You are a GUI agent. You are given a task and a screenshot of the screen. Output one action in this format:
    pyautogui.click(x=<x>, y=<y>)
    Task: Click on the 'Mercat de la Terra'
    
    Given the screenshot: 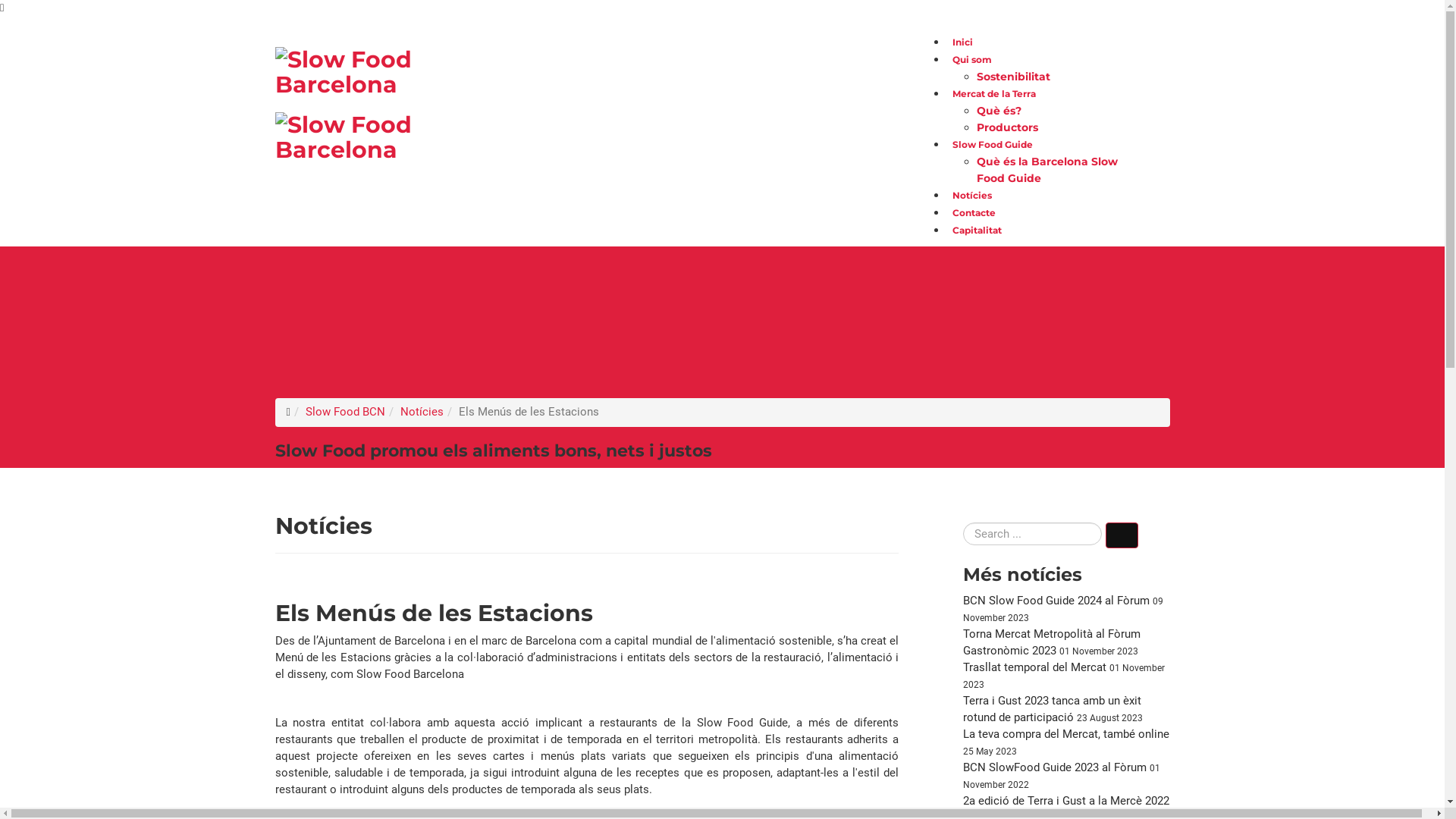 What is the action you would take?
    pyautogui.click(x=993, y=93)
    